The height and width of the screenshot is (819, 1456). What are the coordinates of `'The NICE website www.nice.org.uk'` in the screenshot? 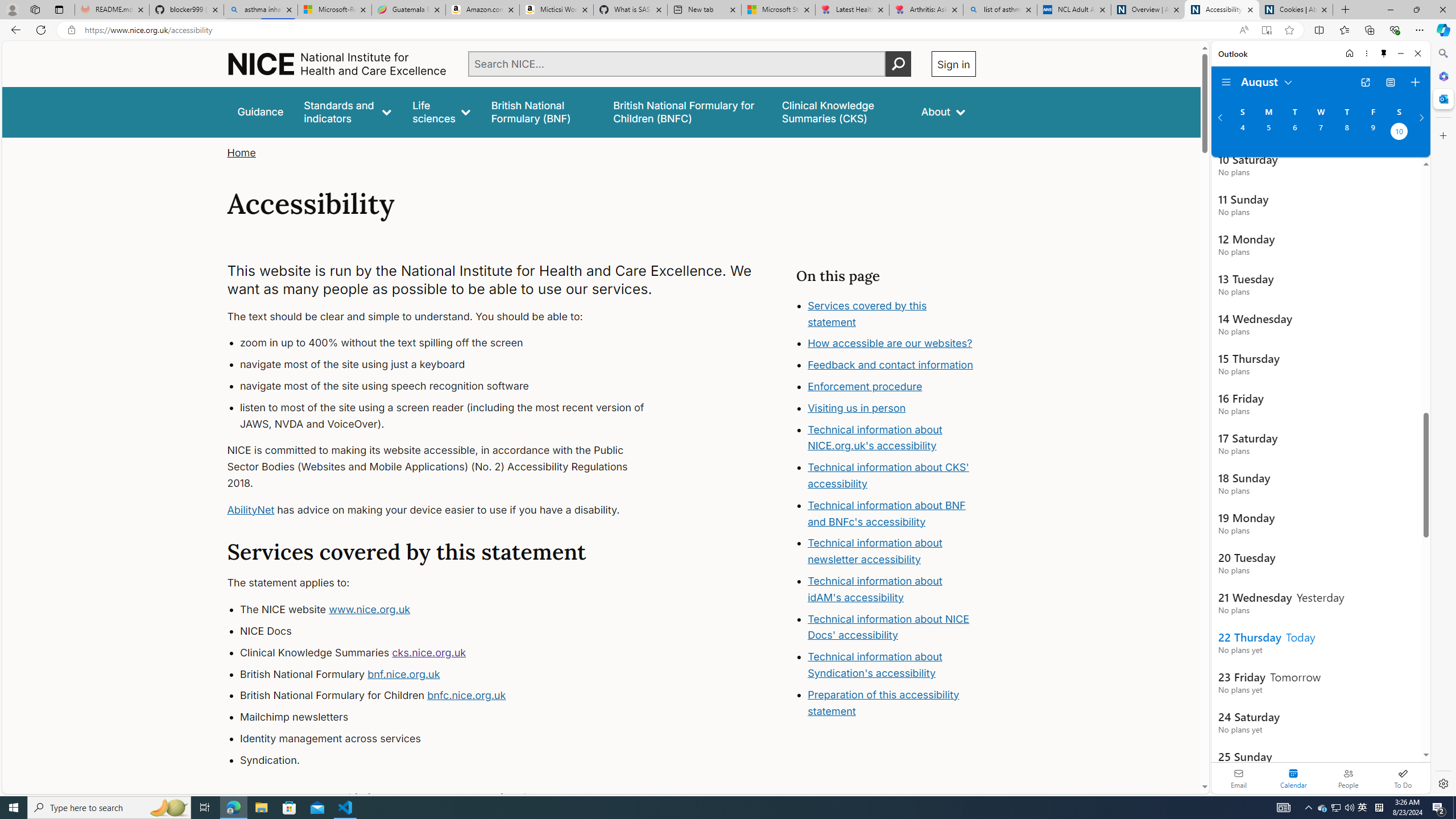 It's located at (452, 610).